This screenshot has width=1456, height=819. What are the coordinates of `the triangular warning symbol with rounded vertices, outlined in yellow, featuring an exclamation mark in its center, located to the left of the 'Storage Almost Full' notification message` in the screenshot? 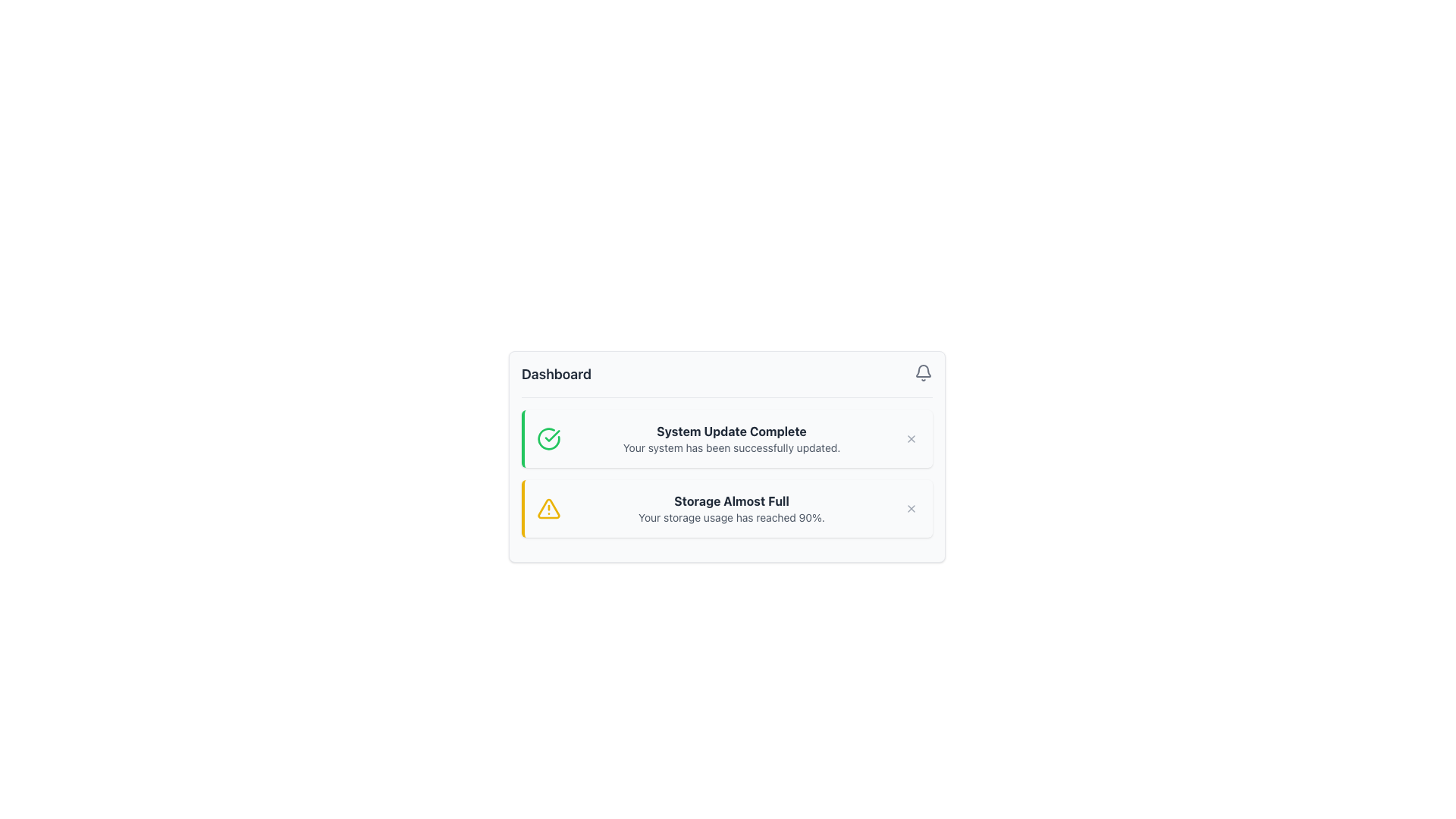 It's located at (548, 509).